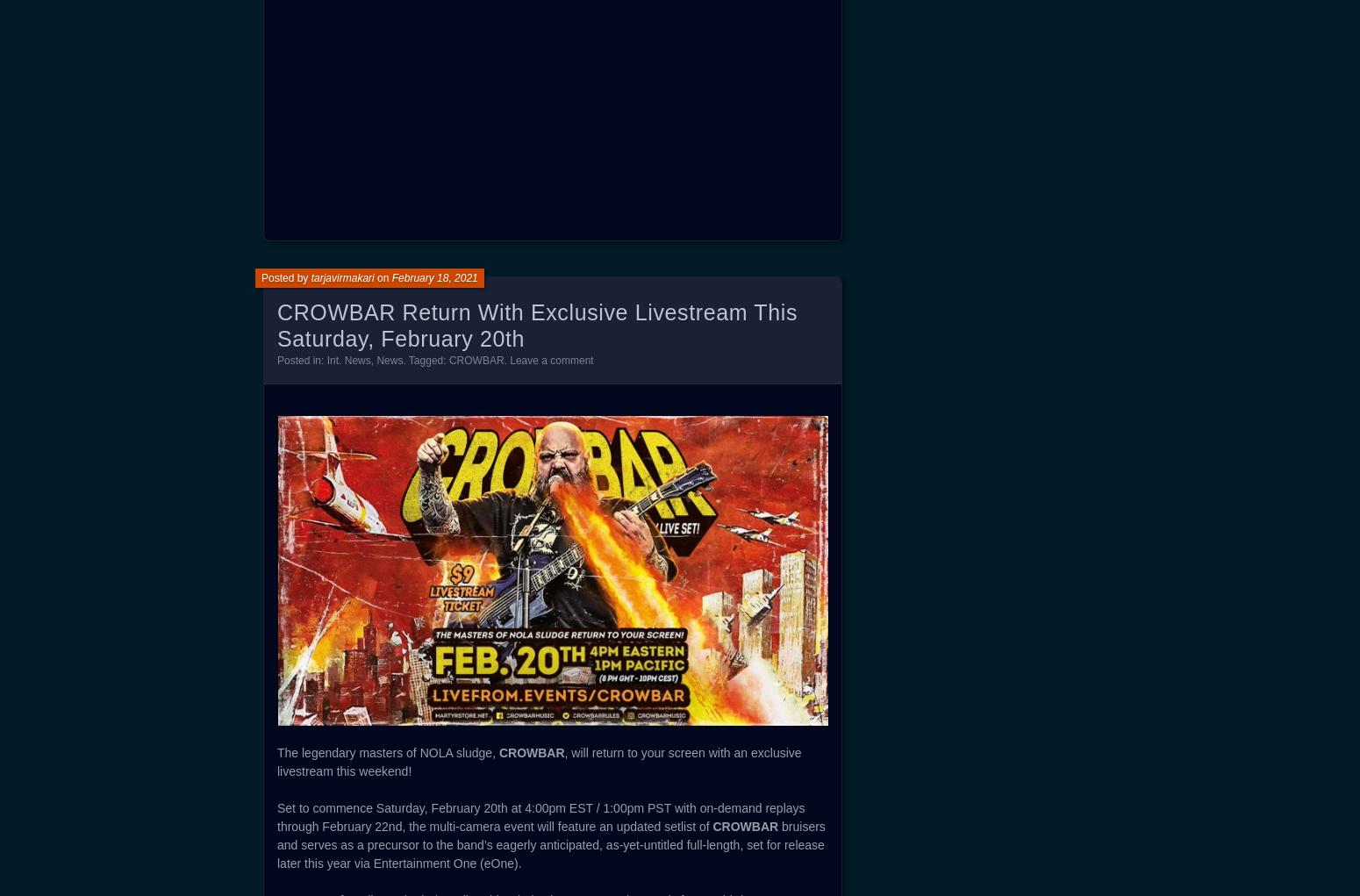  Describe the element at coordinates (433, 277) in the screenshot. I see `'February 18, 2021'` at that location.